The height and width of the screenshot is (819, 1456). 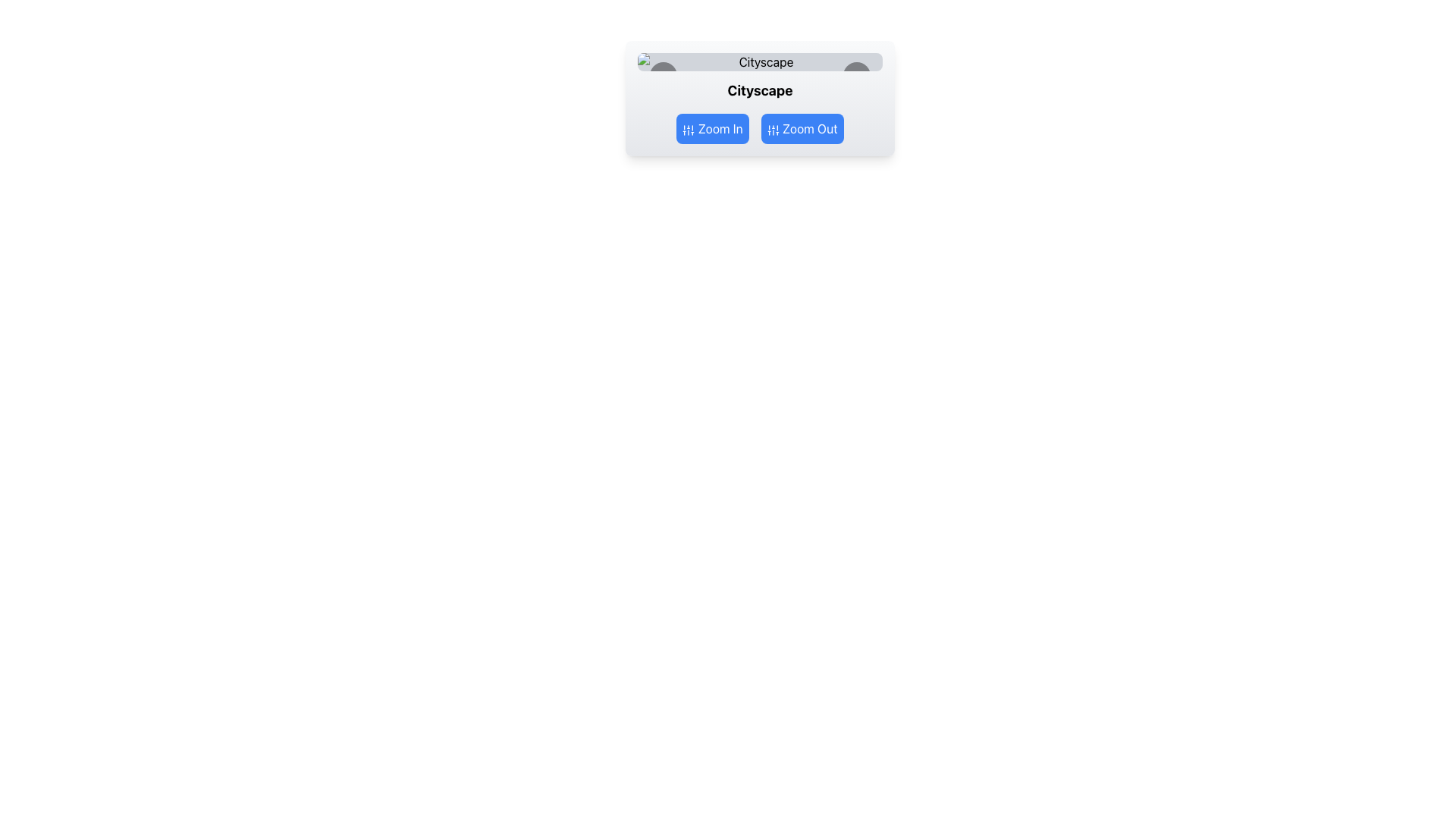 I want to click on the 'Zoom In' button which contains the decorative icon, located on the left side of the button group below 'Cityscape', so click(x=688, y=129).